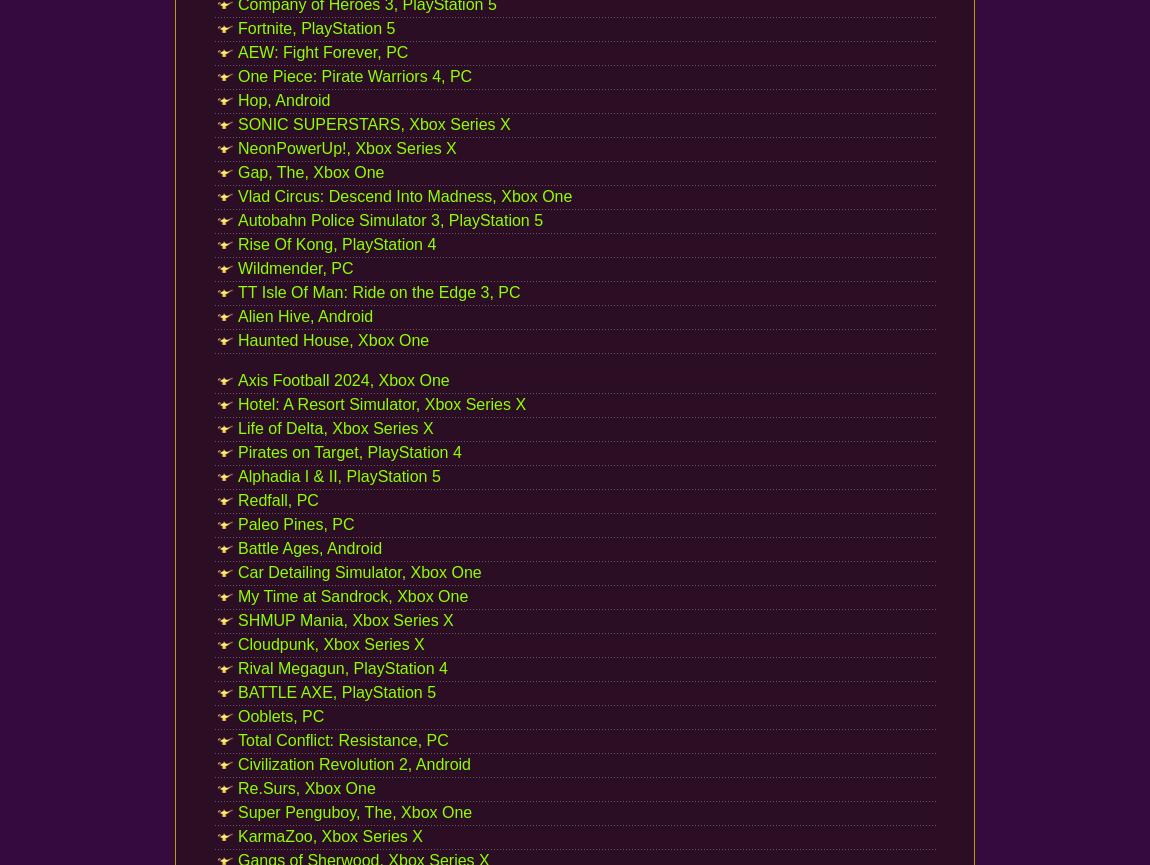 The width and height of the screenshot is (1150, 865). I want to click on 'Paleo Pines, PC', so click(296, 523).